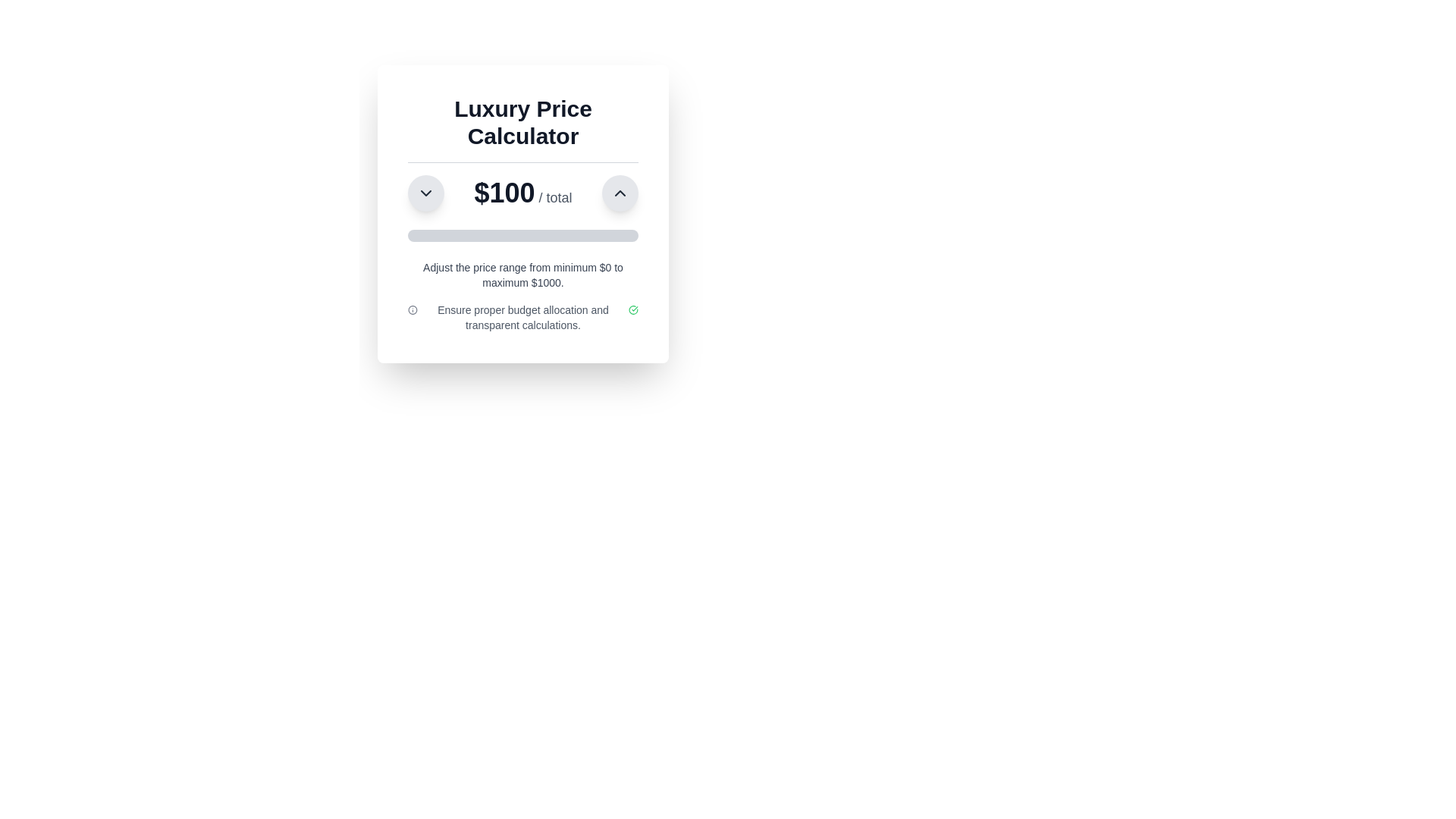  Describe the element at coordinates (633, 309) in the screenshot. I see `the confirmation icon located to the far right of the text 'Ensure proper budget allocation and transparent calculations'` at that location.